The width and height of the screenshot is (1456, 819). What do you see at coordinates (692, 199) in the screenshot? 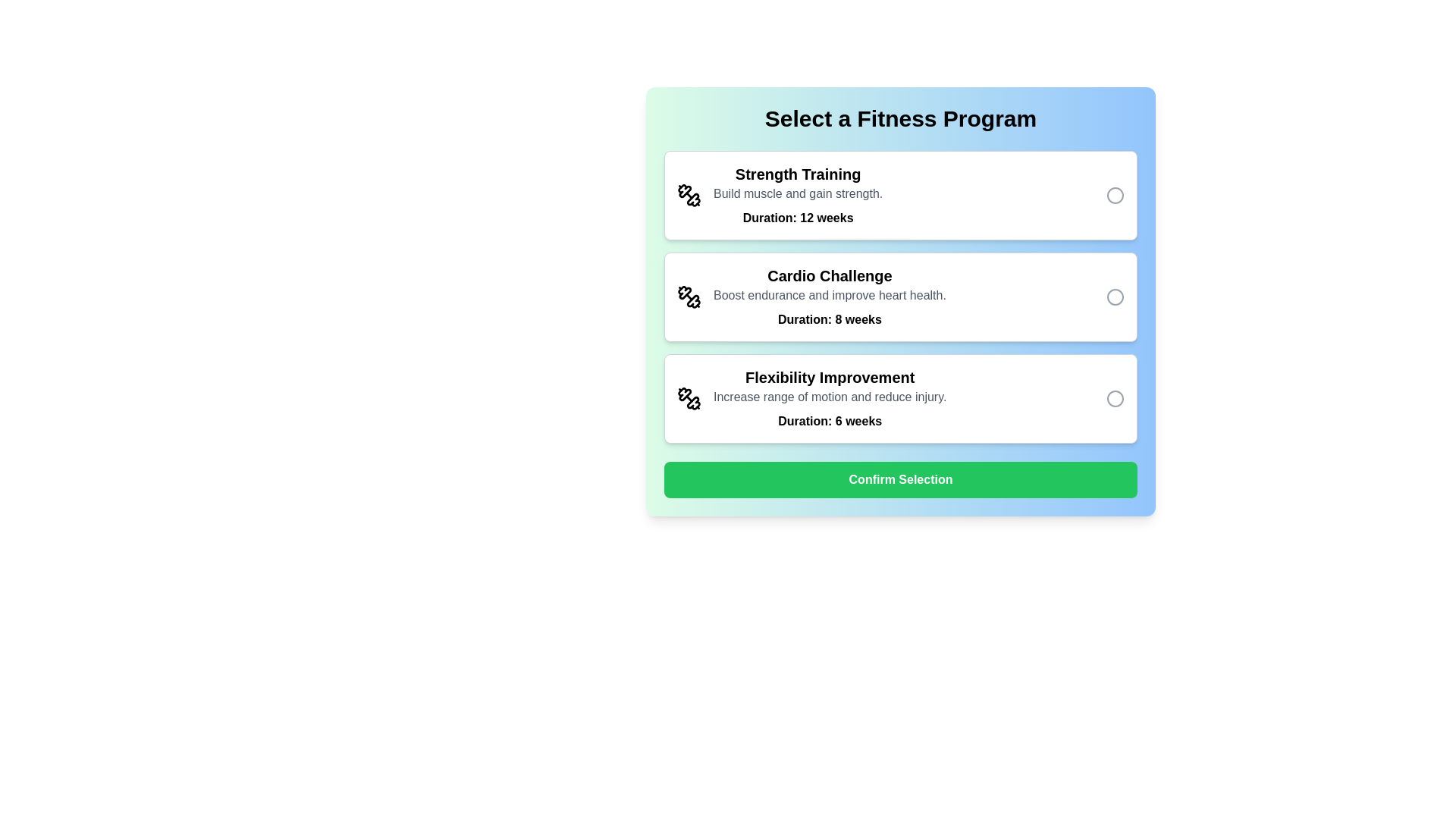
I see `the black icon resembling a stylized dumbbell design, which is located above the 'Strength Training' text within the Strength Training fitness program card` at bounding box center [692, 199].